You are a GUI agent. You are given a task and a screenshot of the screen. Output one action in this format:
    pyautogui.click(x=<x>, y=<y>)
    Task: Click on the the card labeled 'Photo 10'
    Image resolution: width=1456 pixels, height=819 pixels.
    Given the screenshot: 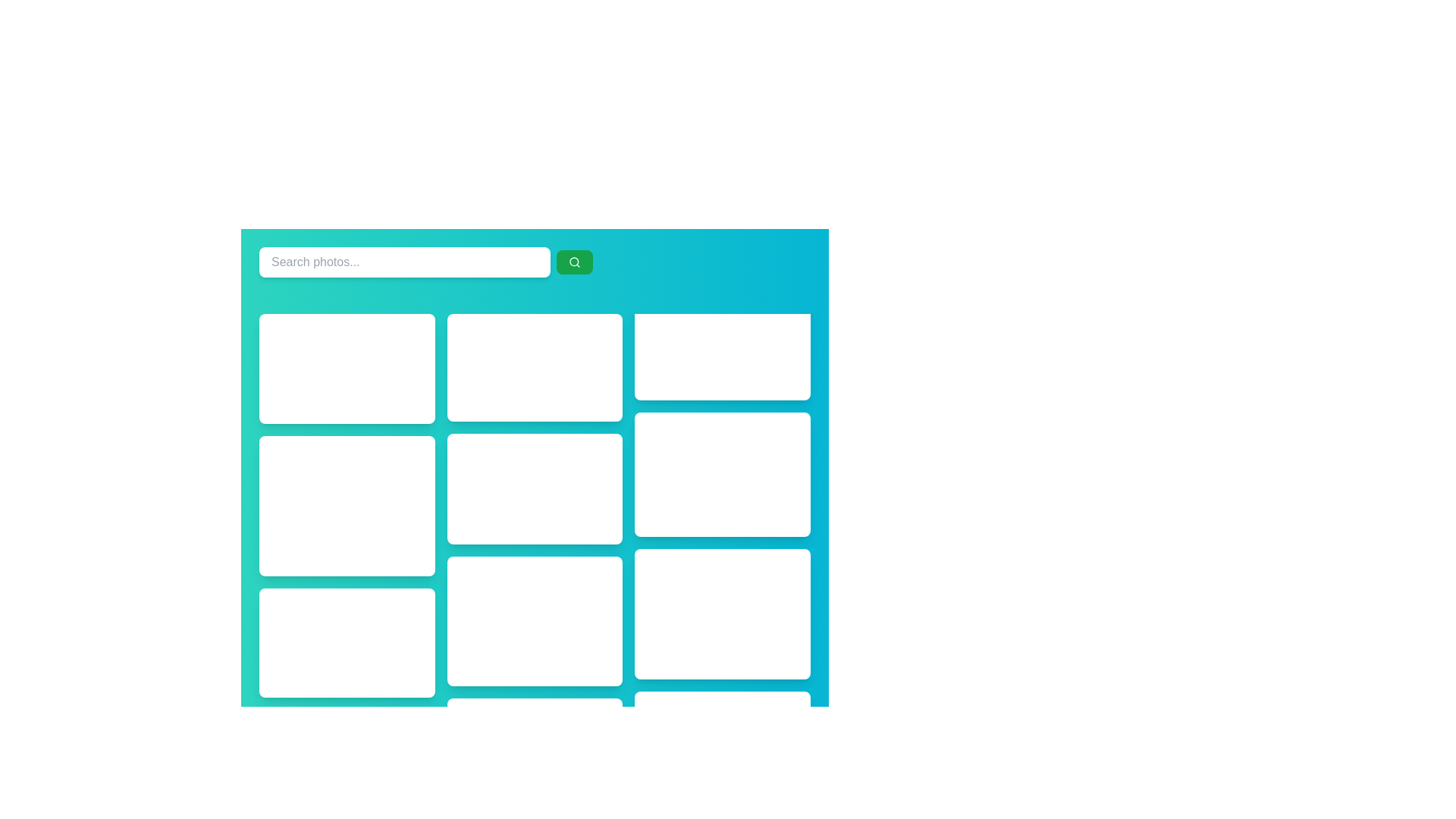 What is the action you would take?
    pyautogui.click(x=722, y=473)
    